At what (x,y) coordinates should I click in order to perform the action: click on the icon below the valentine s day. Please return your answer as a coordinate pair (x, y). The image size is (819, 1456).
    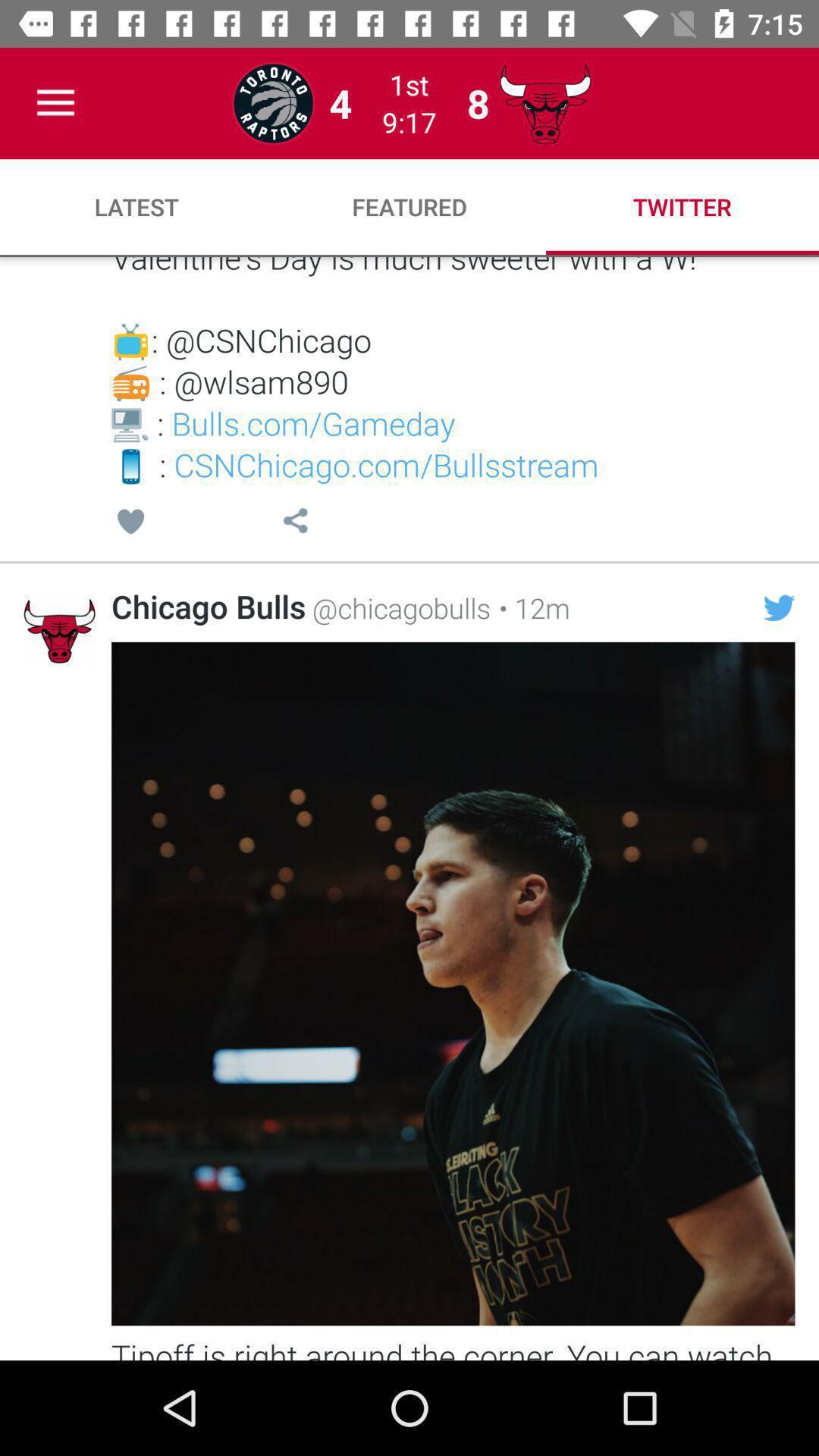
    Looking at the image, I should click on (130, 523).